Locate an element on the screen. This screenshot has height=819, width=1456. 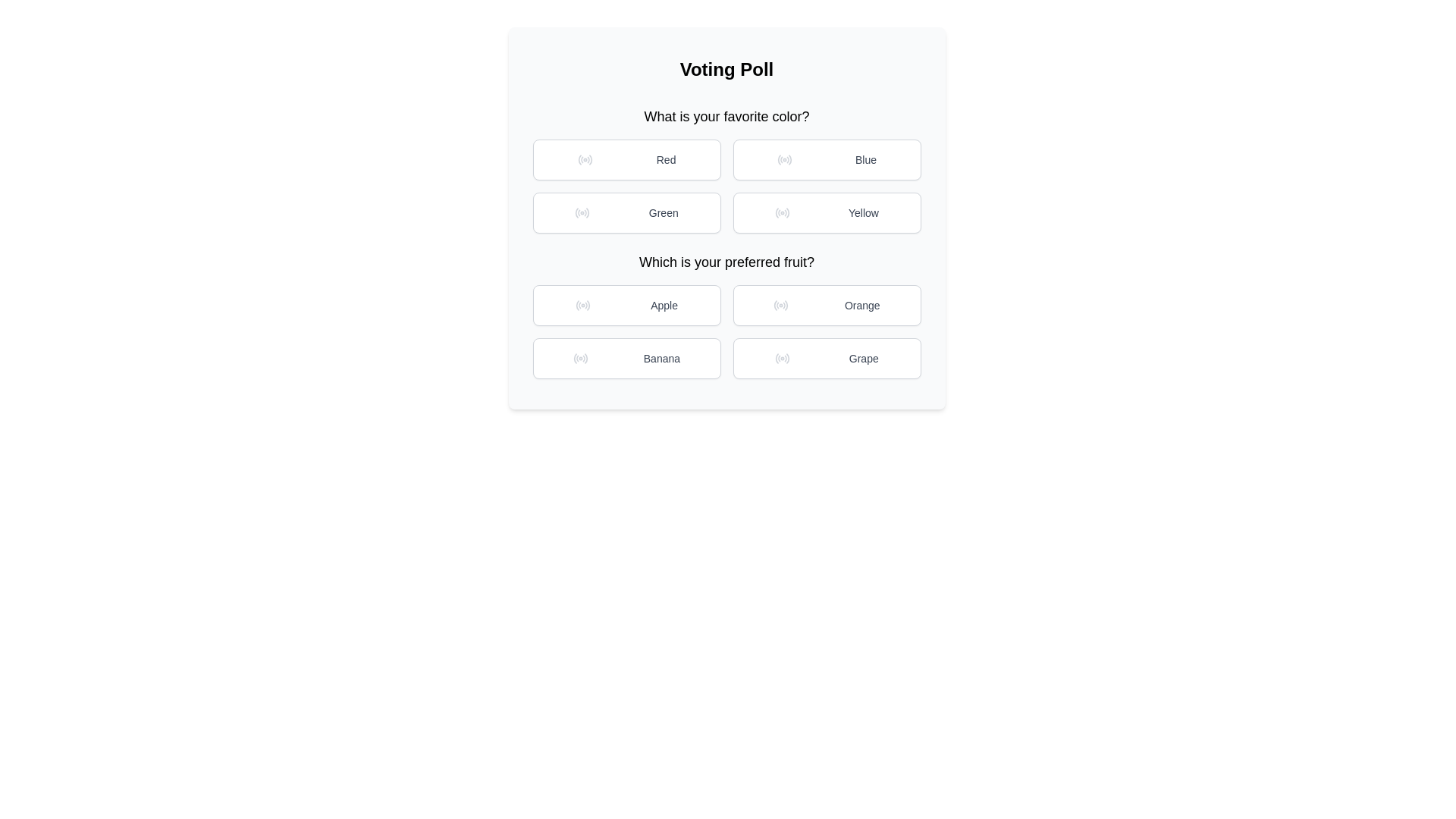
the radio button indicator resembling a circular outline with a filled dot, located in the right column of the first row under the question 'What is your favorite color?' labeled 'Blue' is located at coordinates (785, 160).